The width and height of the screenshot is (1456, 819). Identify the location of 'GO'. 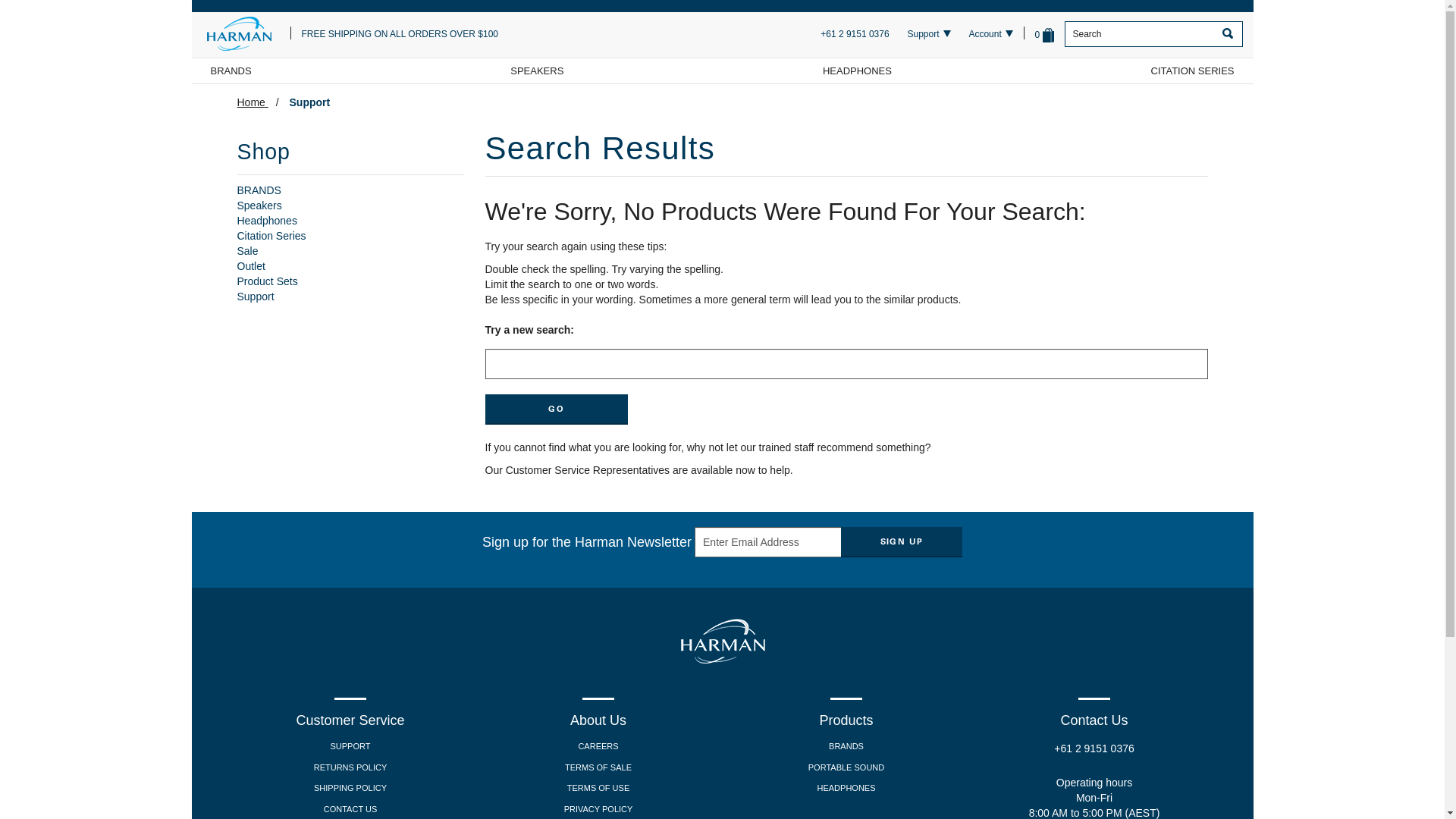
(556, 409).